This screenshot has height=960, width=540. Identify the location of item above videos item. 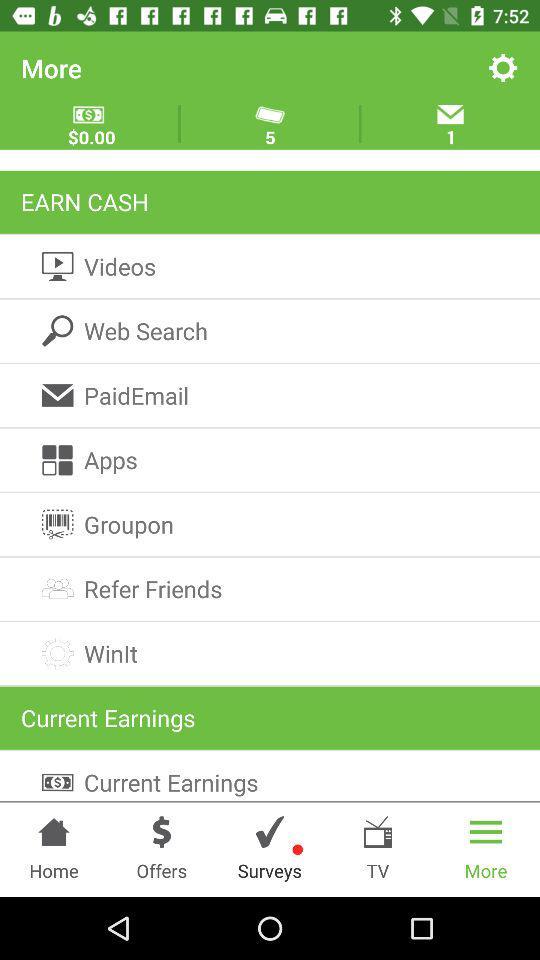
(270, 202).